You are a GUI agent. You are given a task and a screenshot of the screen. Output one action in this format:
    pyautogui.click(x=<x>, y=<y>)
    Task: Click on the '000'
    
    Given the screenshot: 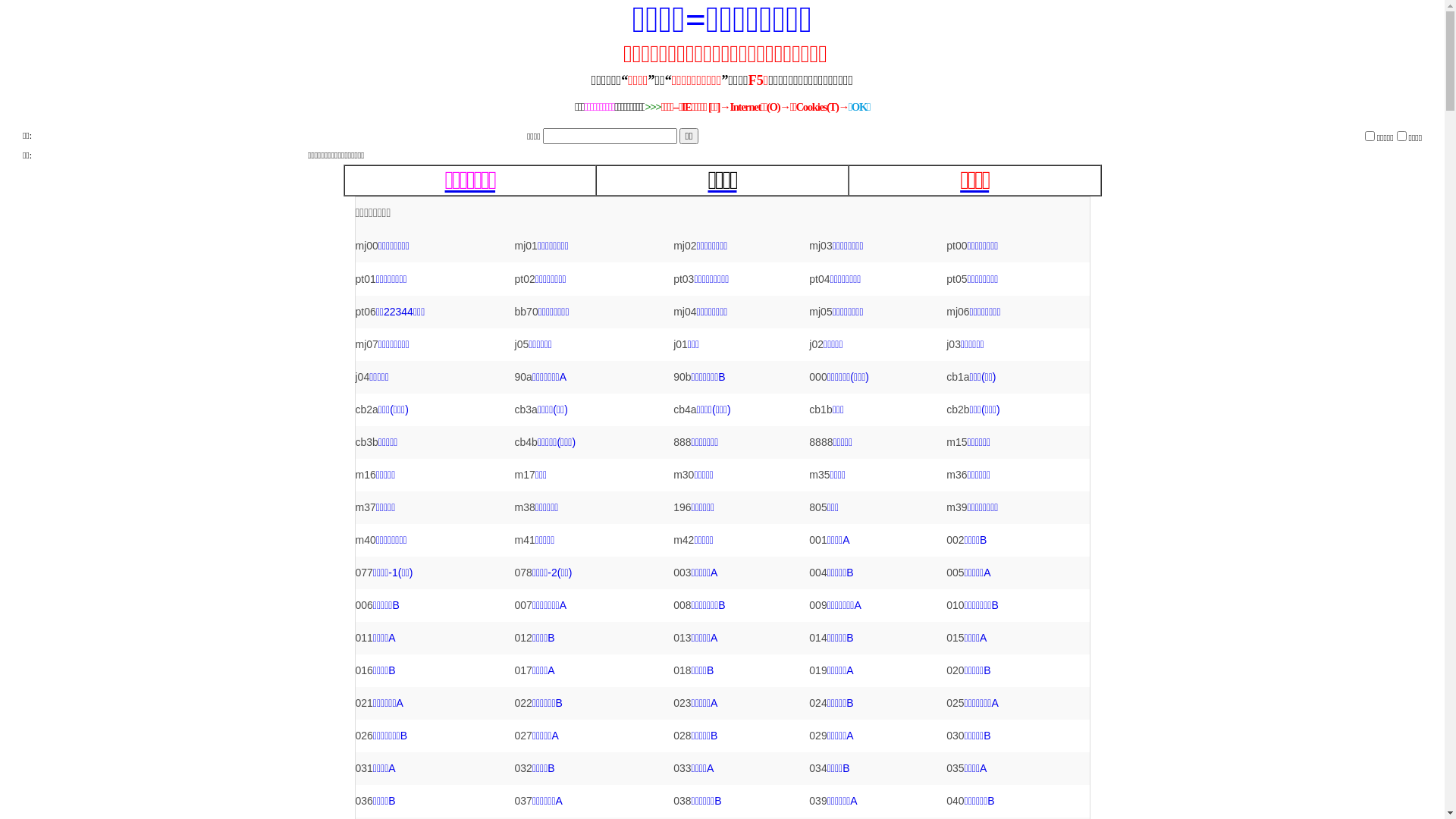 What is the action you would take?
    pyautogui.click(x=817, y=376)
    